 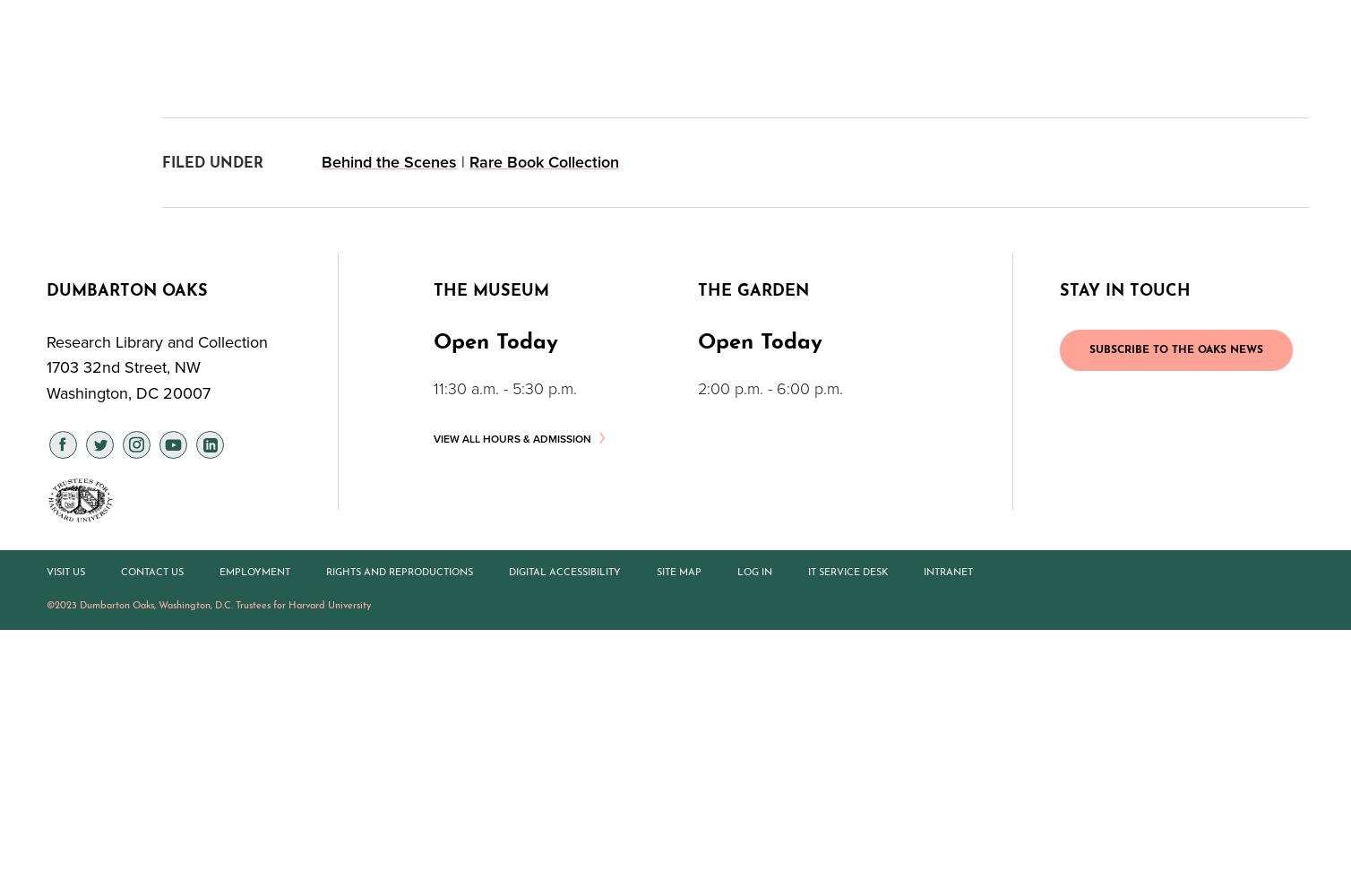 What do you see at coordinates (656, 572) in the screenshot?
I see `'Site Map'` at bounding box center [656, 572].